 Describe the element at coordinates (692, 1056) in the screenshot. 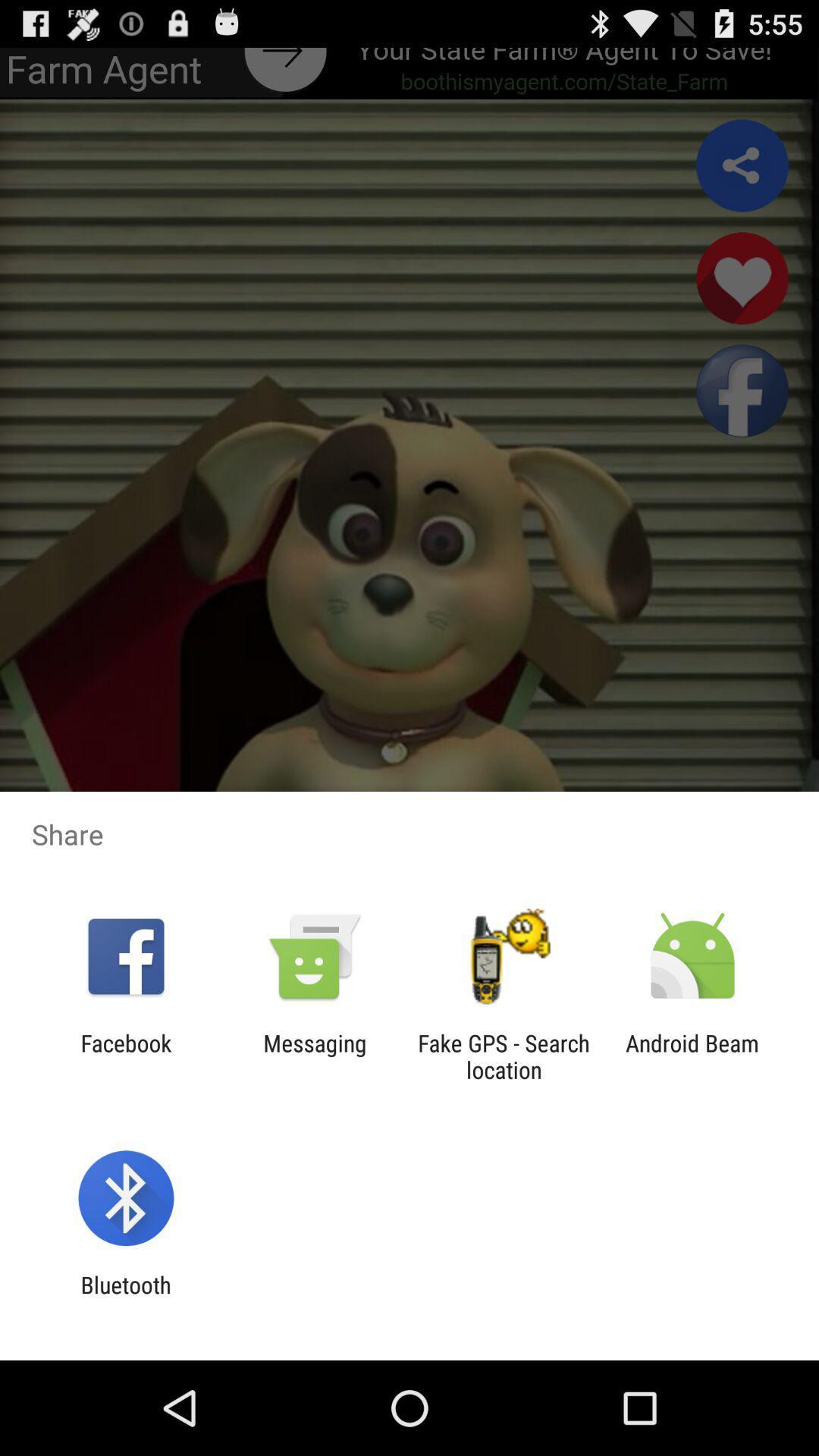

I see `android beam at the bottom right corner` at that location.